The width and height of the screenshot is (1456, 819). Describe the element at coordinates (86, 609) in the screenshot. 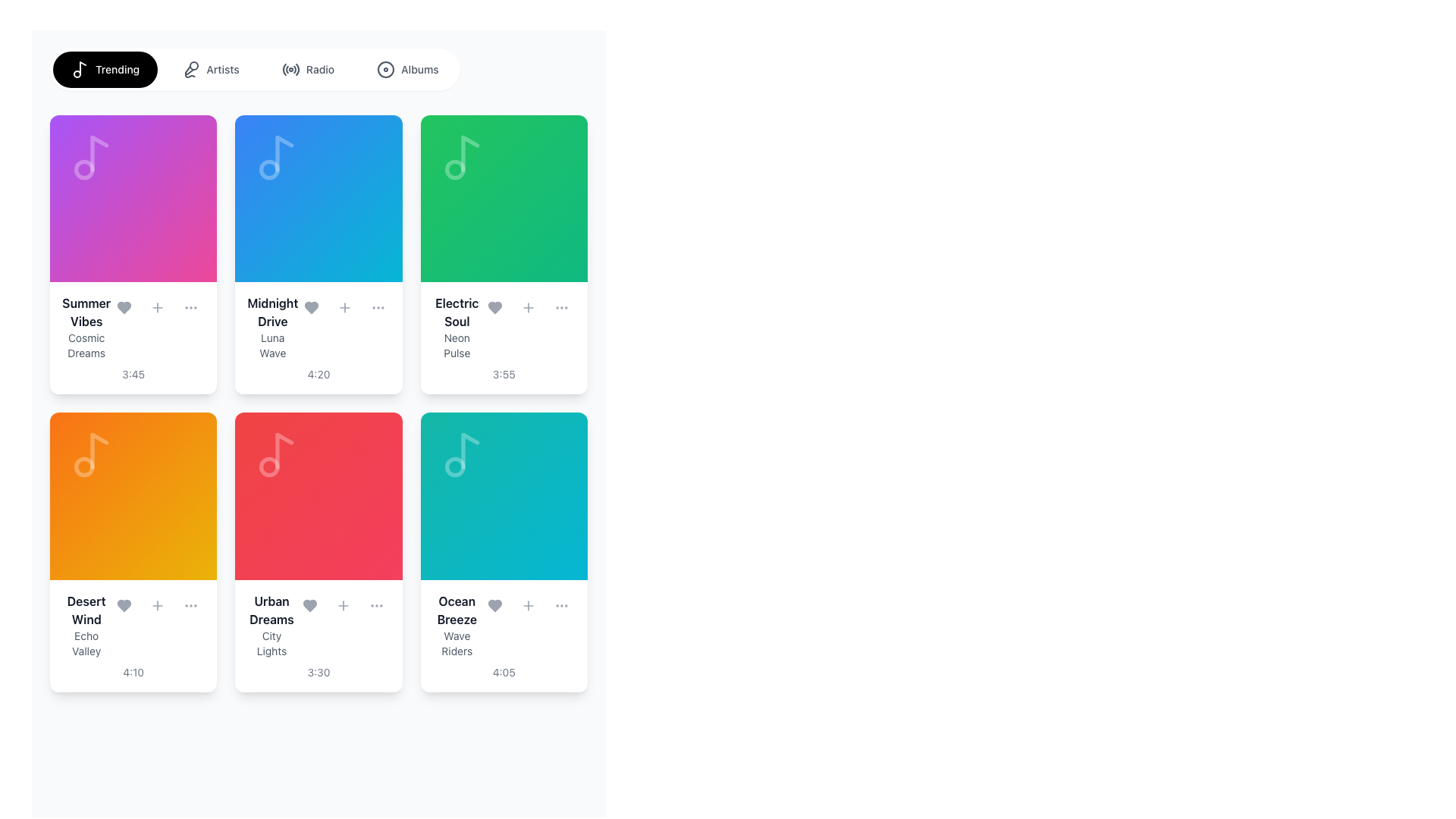

I see `the static text label displaying 'Desert Wind', which is styled in bold dark gray and serves as the primary title above 'Echo Valley'` at that location.